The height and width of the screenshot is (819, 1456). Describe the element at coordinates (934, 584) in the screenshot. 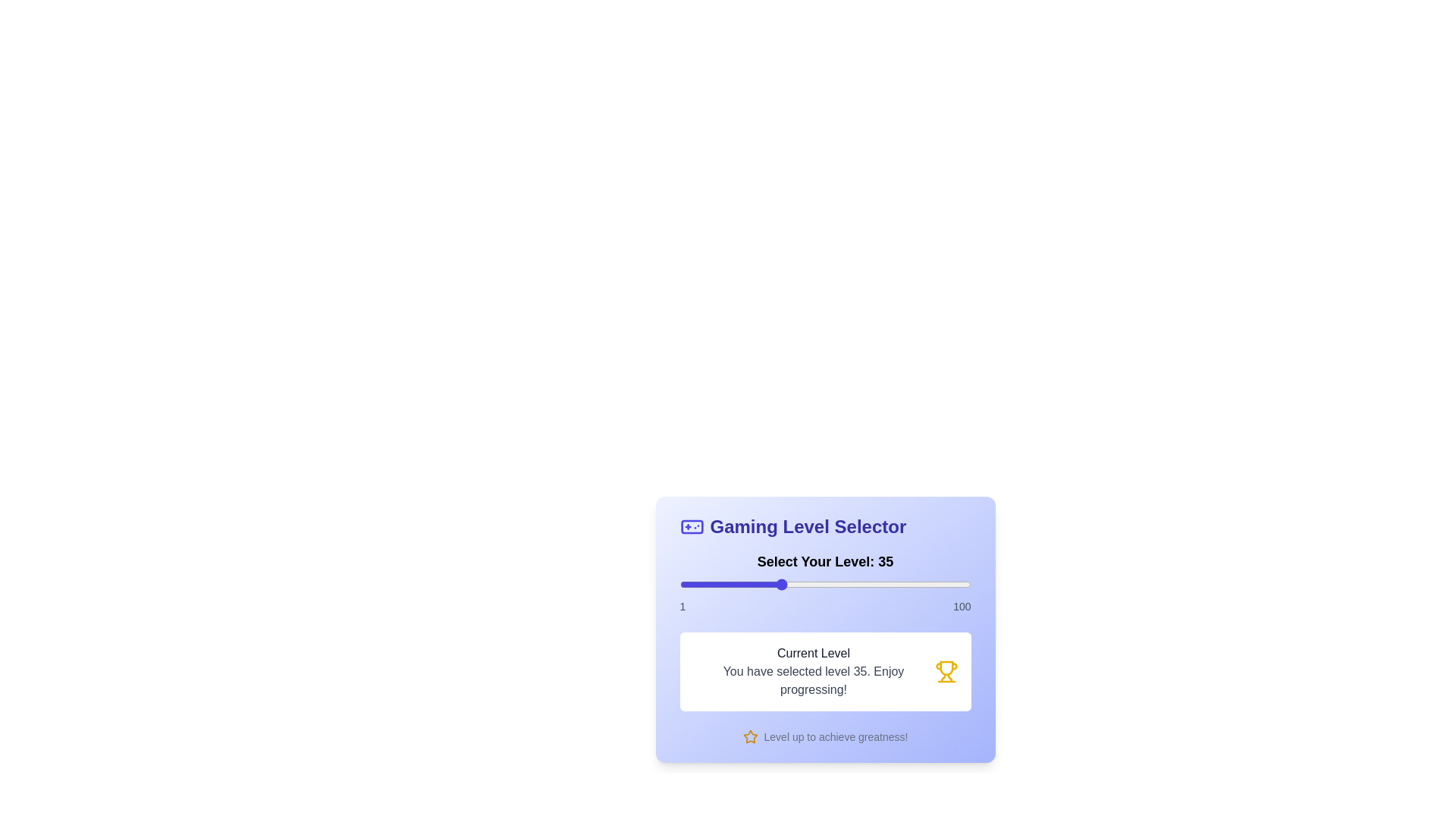

I see `the level` at that location.